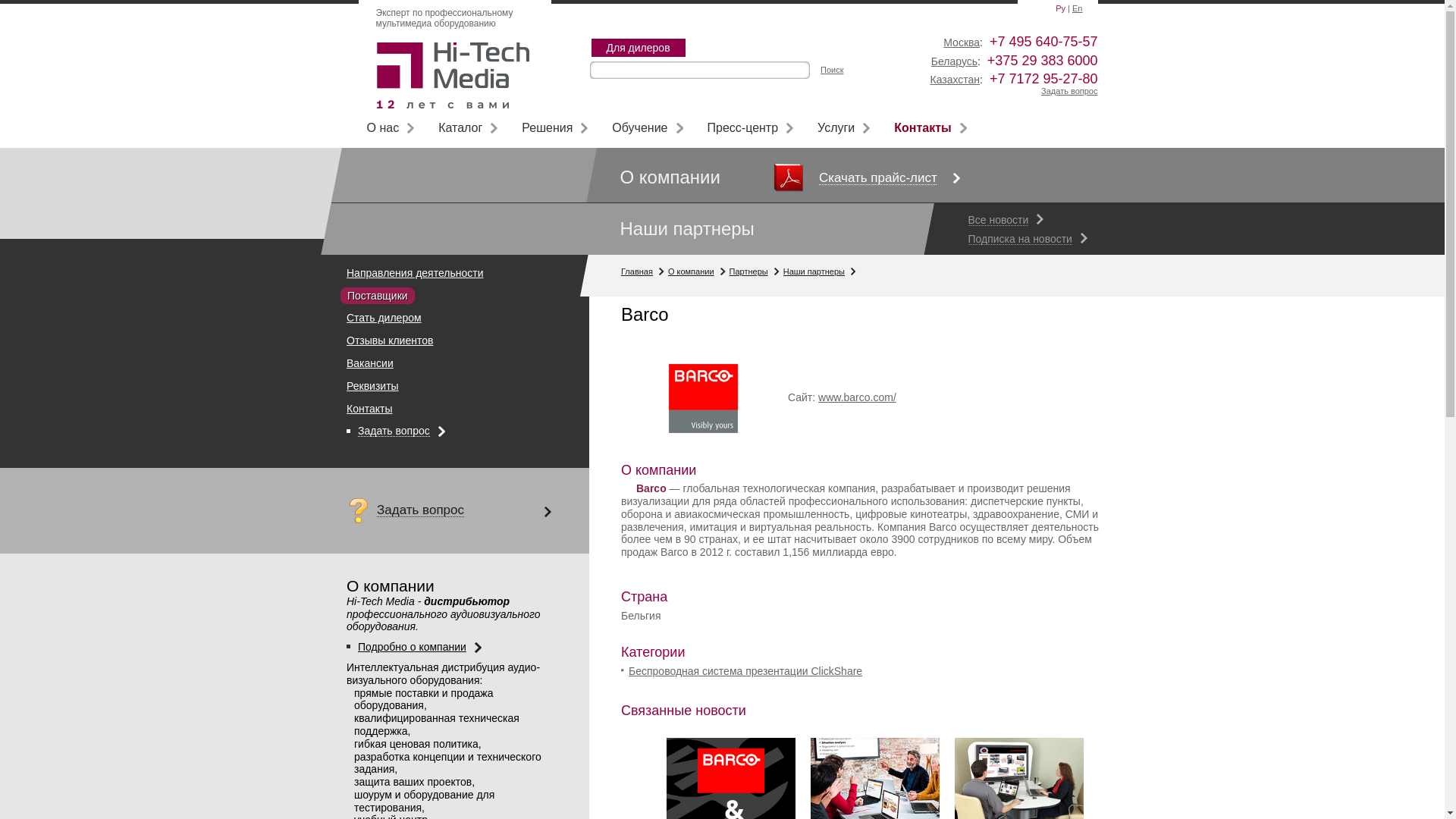 This screenshot has width=1456, height=819. What do you see at coordinates (1041, 60) in the screenshot?
I see `'+375 29 383 6000'` at bounding box center [1041, 60].